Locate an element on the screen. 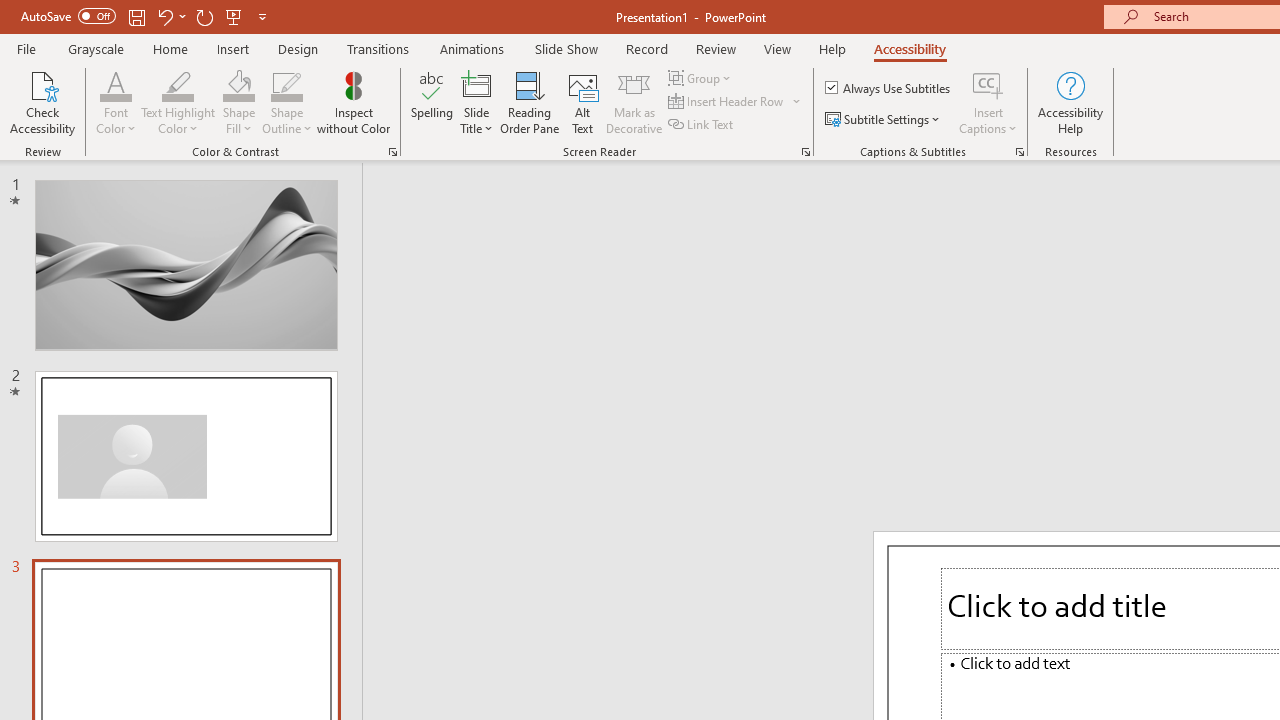 This screenshot has height=720, width=1280. 'Subtitle Settings' is located at coordinates (883, 119).